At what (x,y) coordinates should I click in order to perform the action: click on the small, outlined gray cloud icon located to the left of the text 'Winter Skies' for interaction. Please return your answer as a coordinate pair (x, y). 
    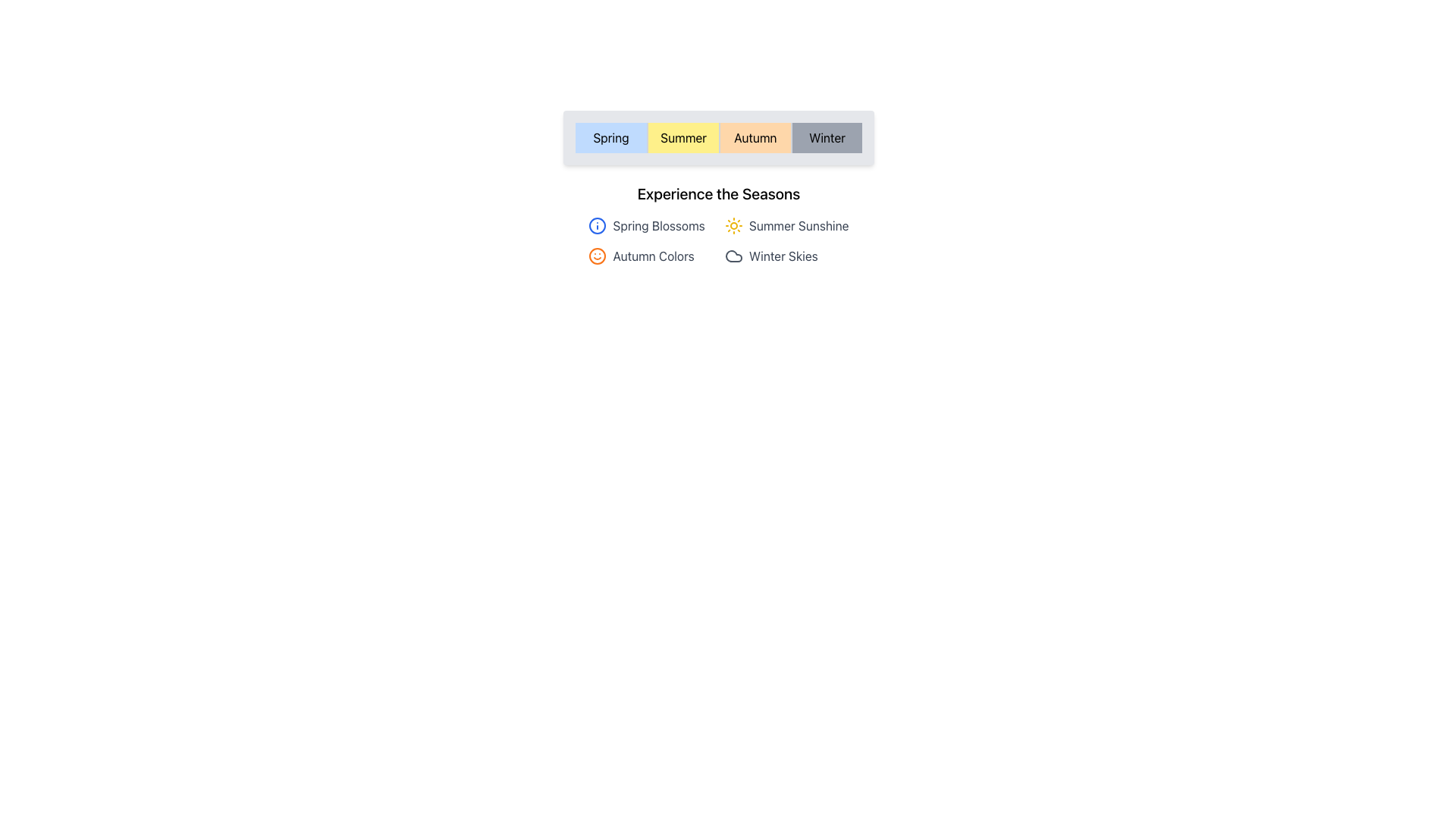
    Looking at the image, I should click on (734, 256).